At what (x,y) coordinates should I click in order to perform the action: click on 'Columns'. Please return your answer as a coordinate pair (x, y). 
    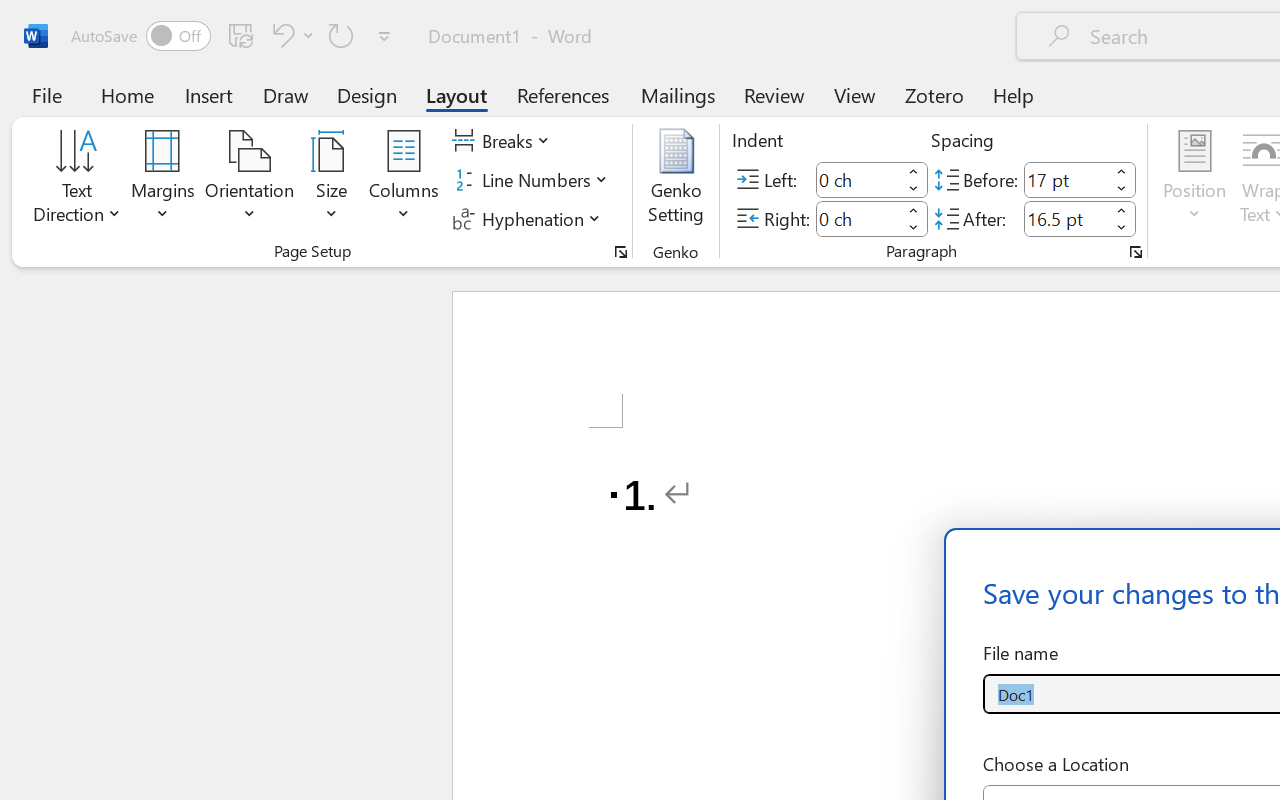
    Looking at the image, I should click on (403, 179).